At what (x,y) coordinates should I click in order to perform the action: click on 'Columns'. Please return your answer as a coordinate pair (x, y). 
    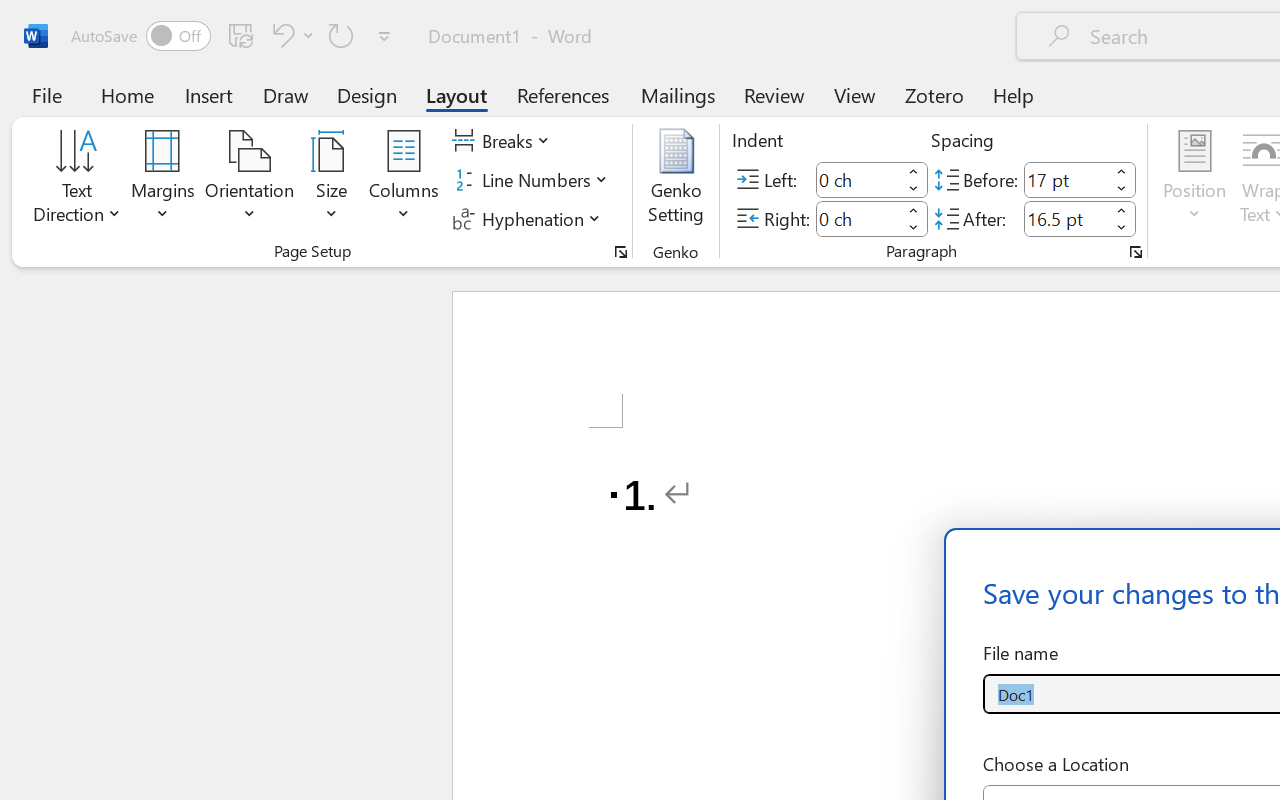
    Looking at the image, I should click on (403, 179).